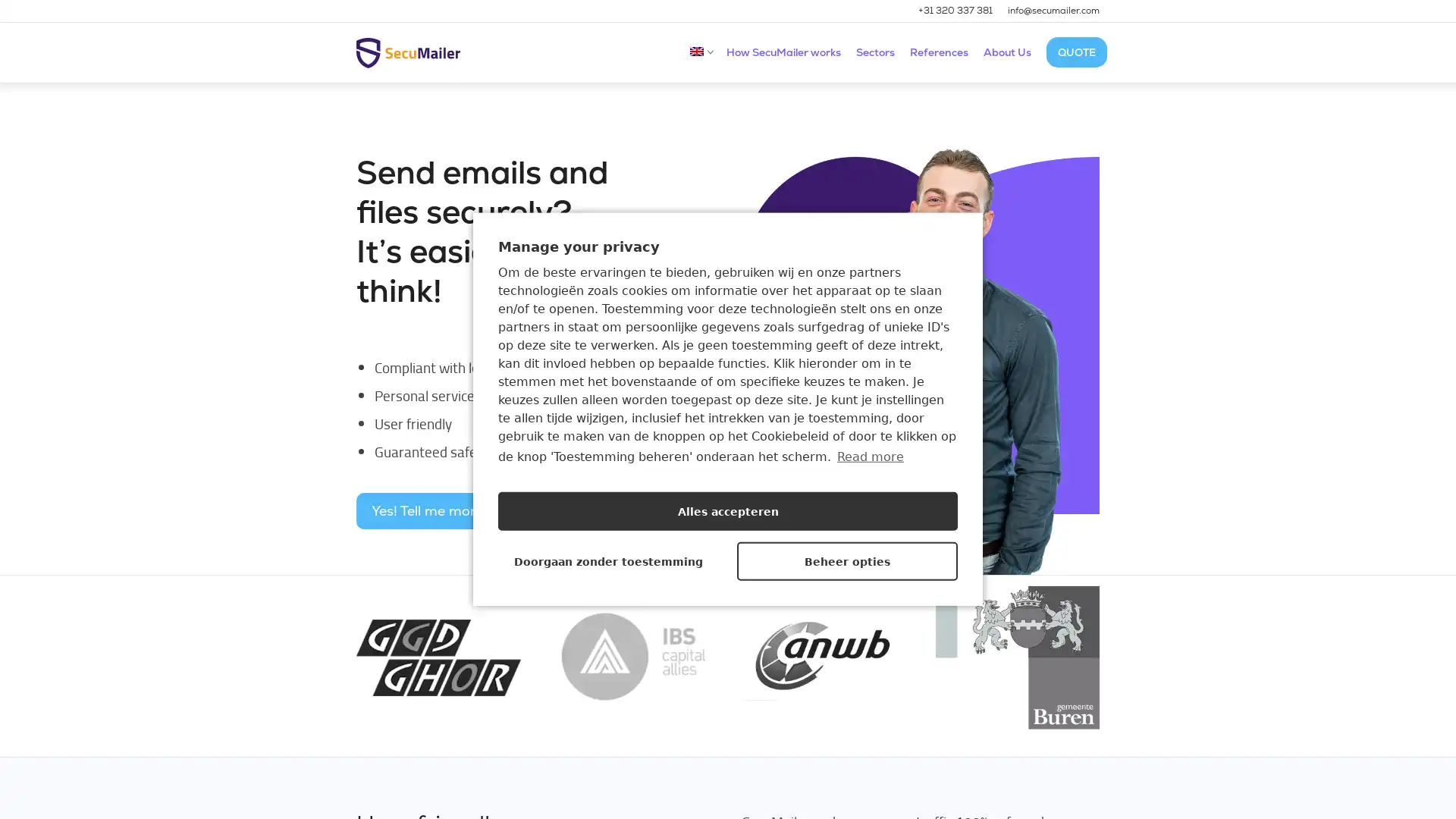  What do you see at coordinates (846, 561) in the screenshot?
I see `Beheer opties` at bounding box center [846, 561].